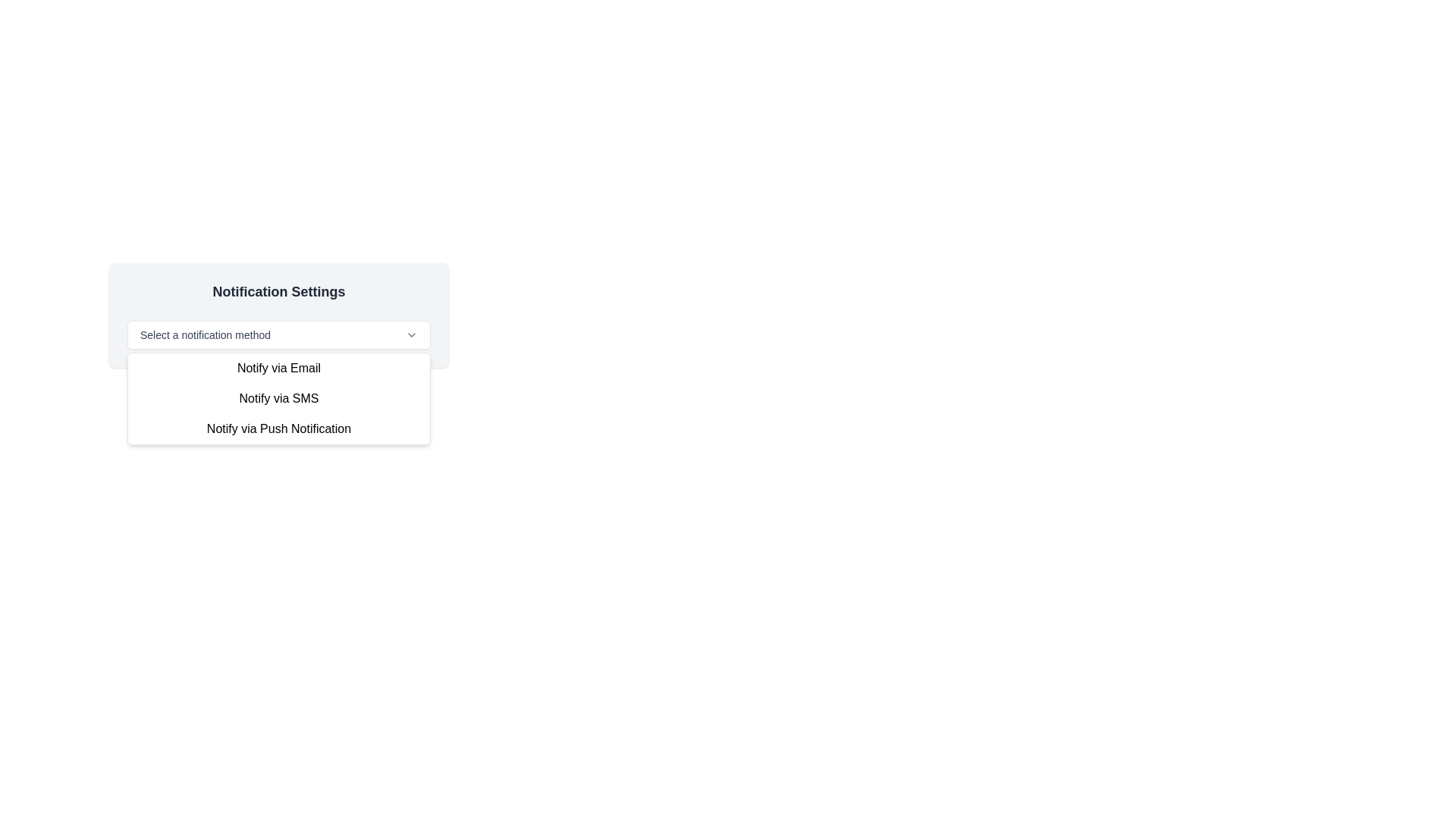  I want to click on the small downward-pointing chevron icon on the right side of the 'Select a notification method' dropdown, so click(411, 334).